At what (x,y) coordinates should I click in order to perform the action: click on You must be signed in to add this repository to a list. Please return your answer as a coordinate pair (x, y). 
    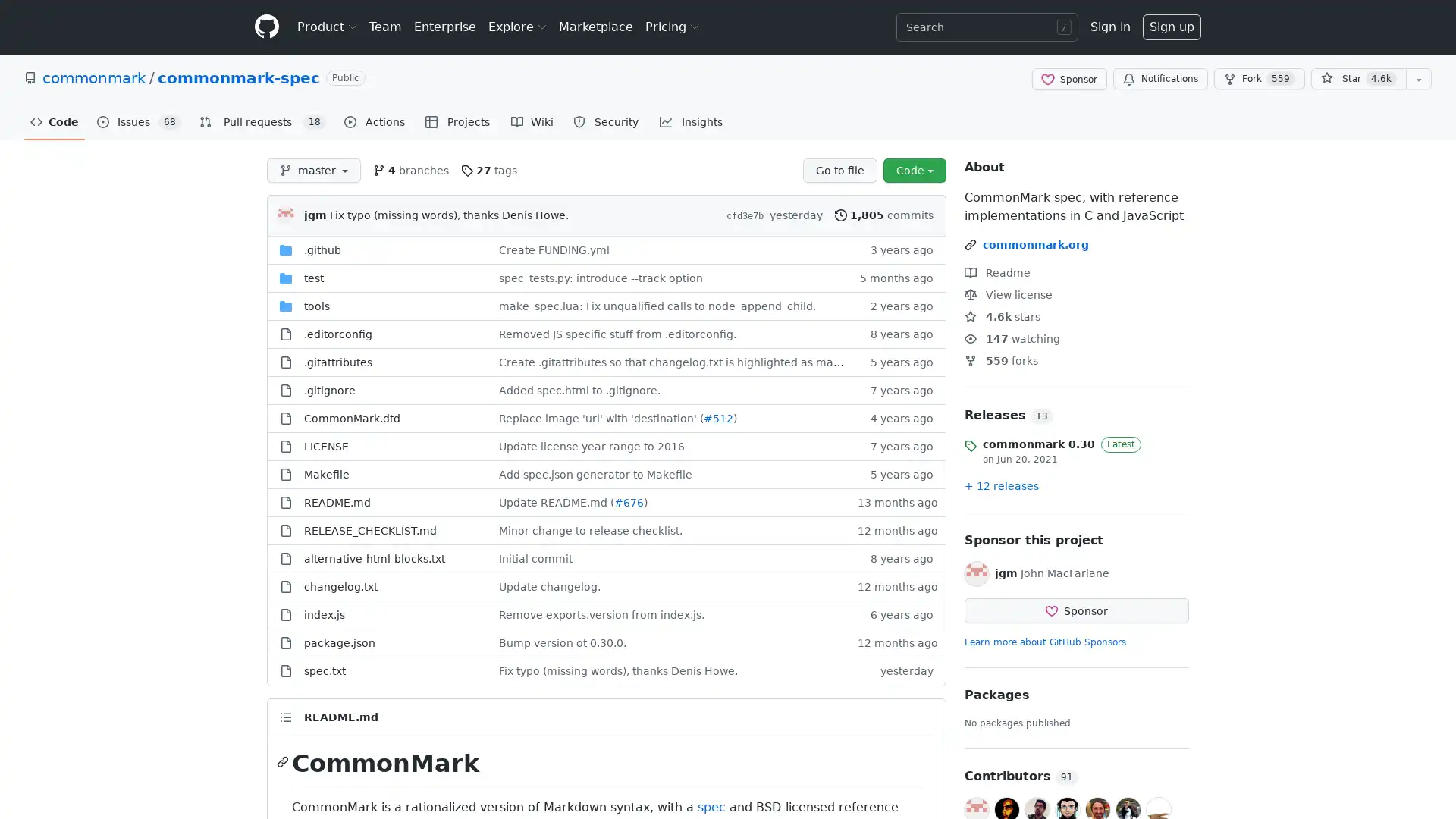
    Looking at the image, I should click on (1418, 79).